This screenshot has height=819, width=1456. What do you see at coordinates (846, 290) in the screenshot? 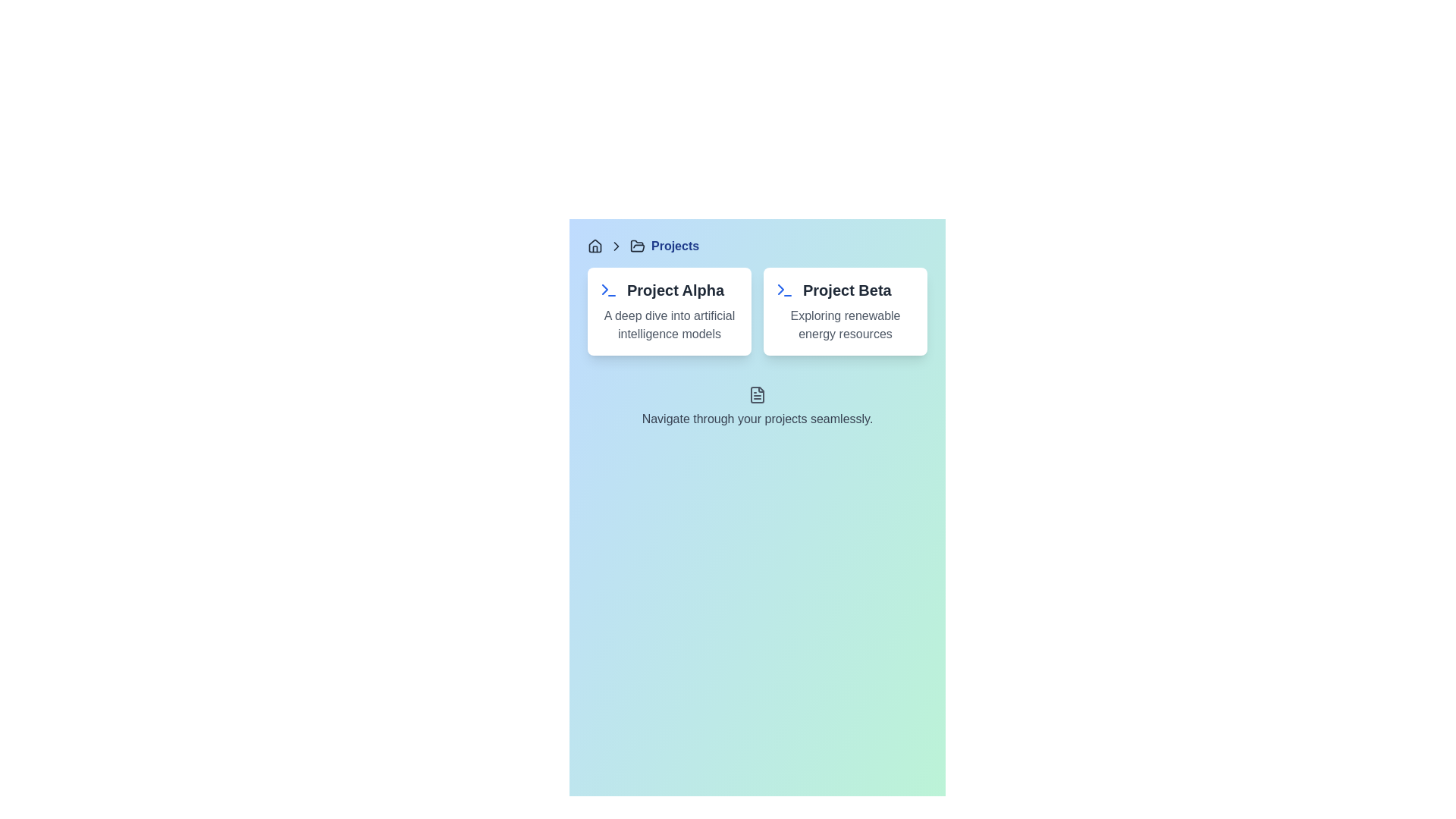
I see `the bold title text labeled 'Project Beta' which is styled with a larger font size and dark gray color, located in the top-right quadrant of the view within a card element` at bounding box center [846, 290].